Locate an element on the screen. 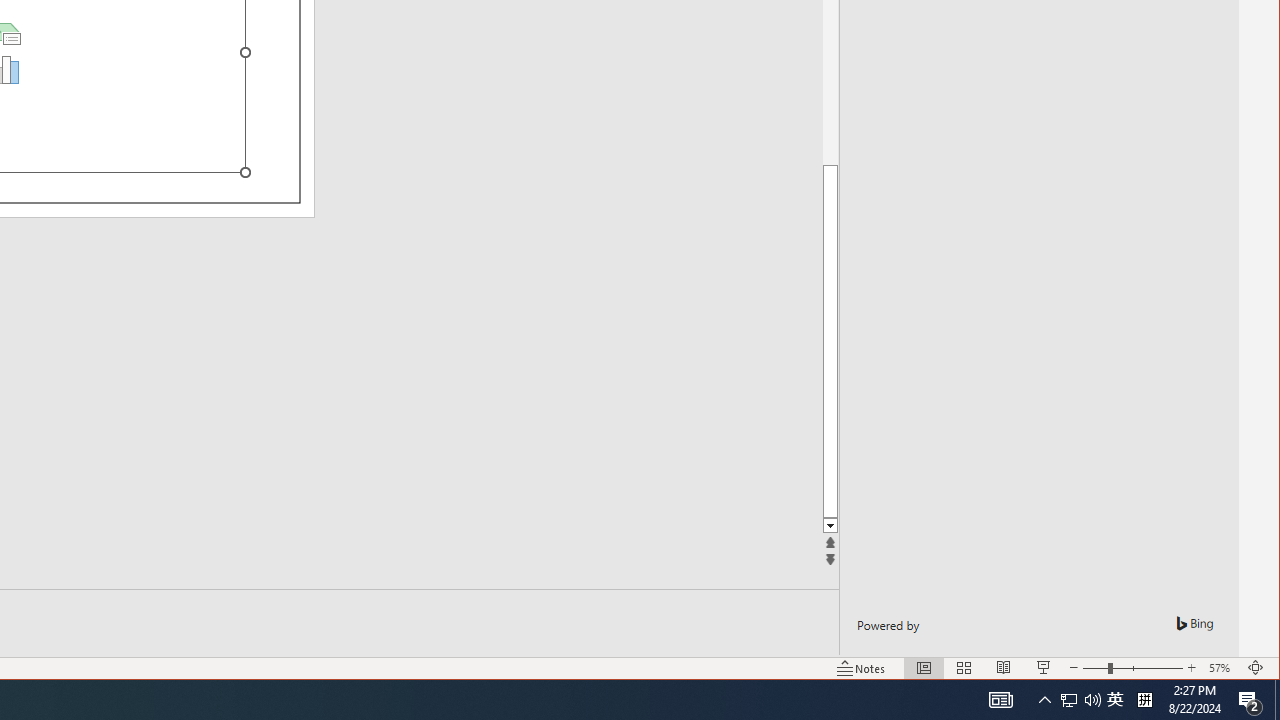 The image size is (1280, 720). 'Zoom 57%' is located at coordinates (1221, 668).